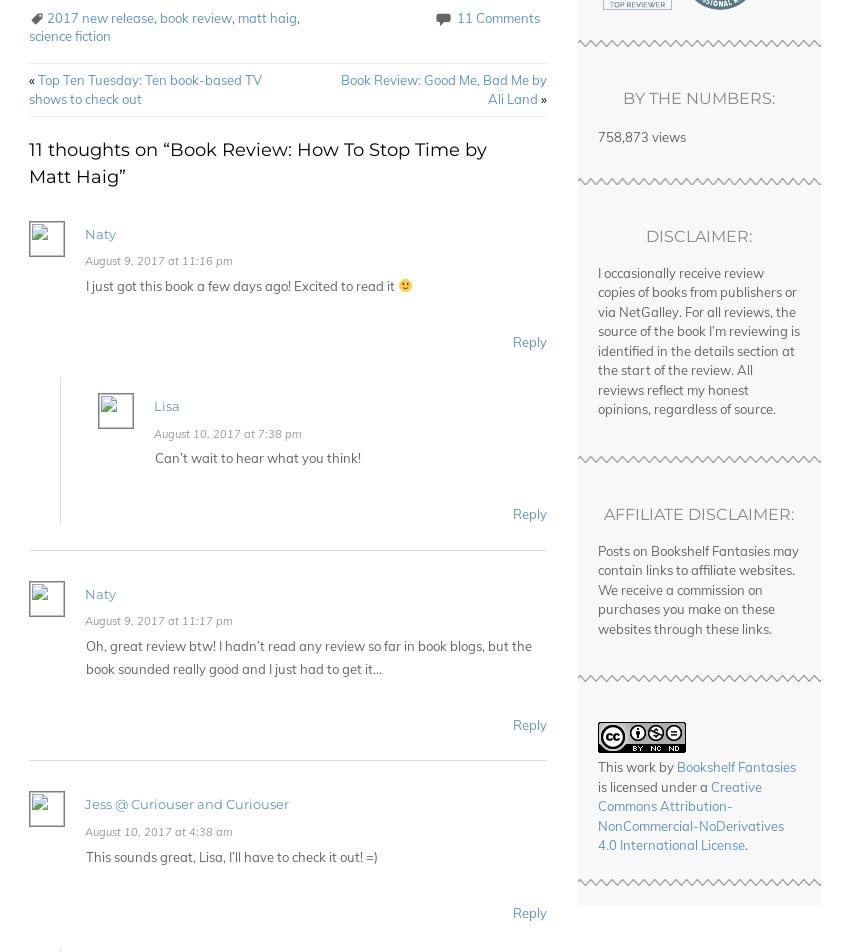  What do you see at coordinates (596, 589) in the screenshot?
I see `'Posts on Bookshelf Fantasies may contain links to affiliate websites. We receive a commission on purchases you make on these websites through these links.'` at bounding box center [596, 589].